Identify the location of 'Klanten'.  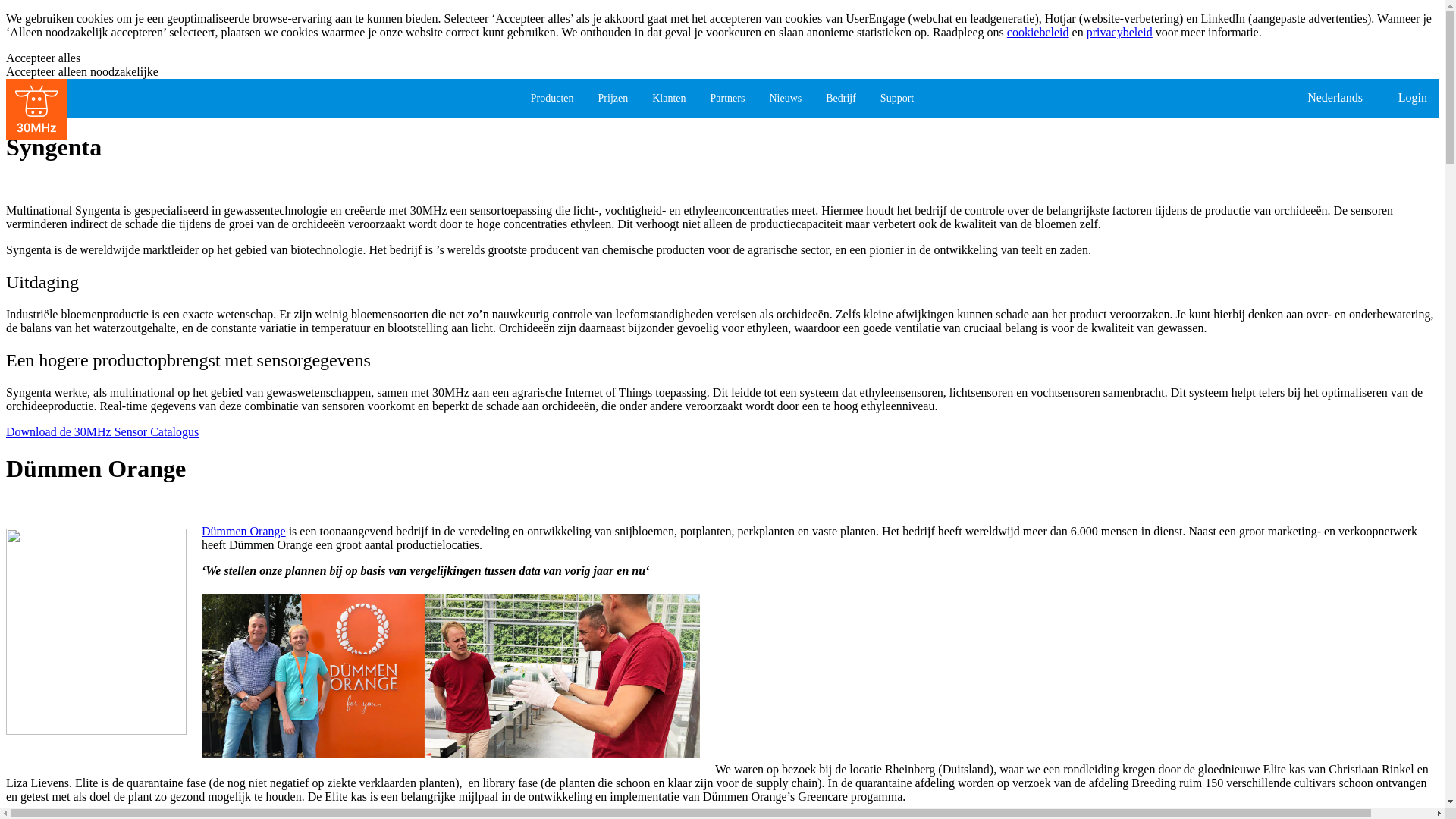
(668, 99).